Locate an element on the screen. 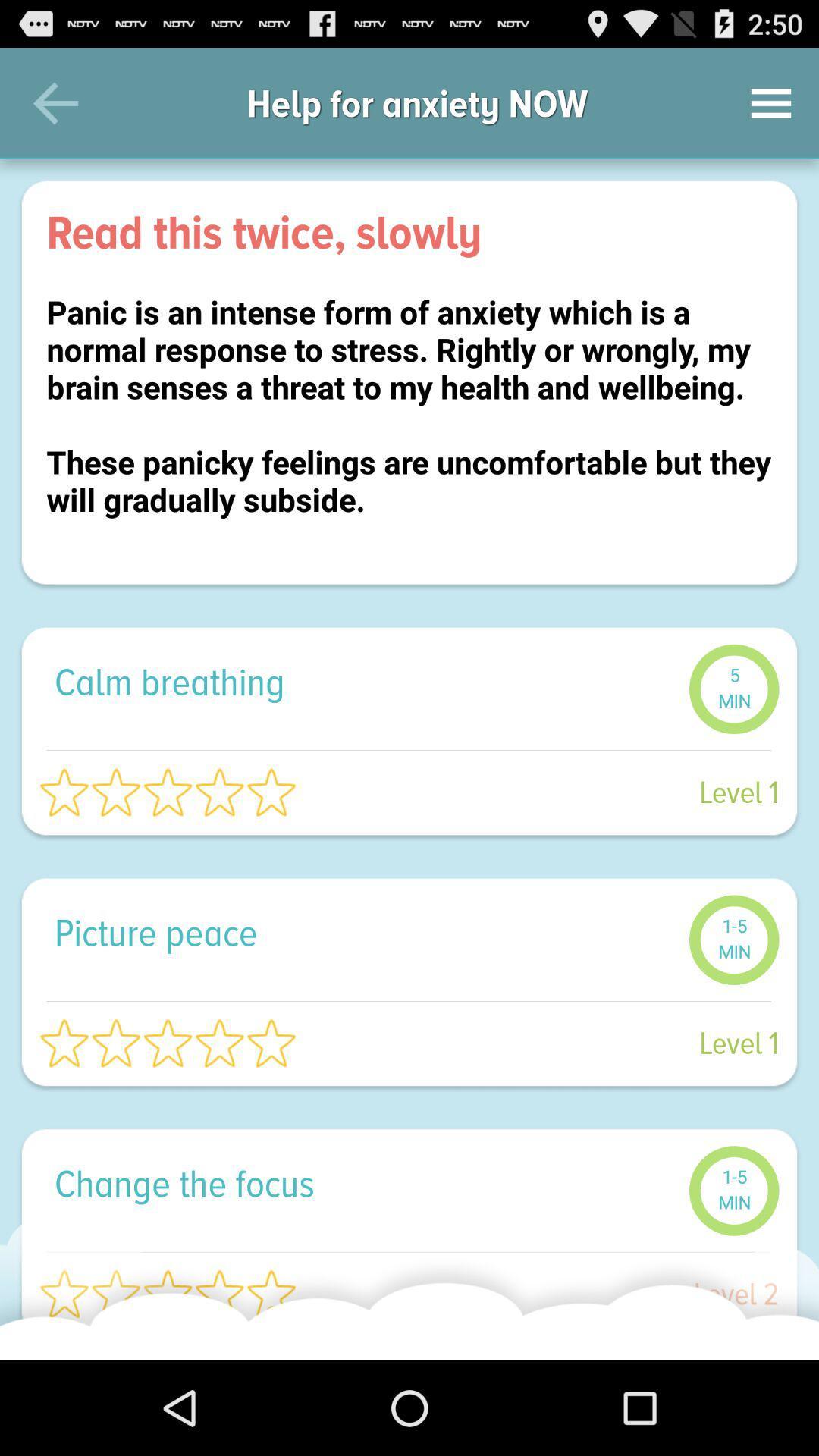 The height and width of the screenshot is (1456, 819). item above panic is an is located at coordinates (409, 231).